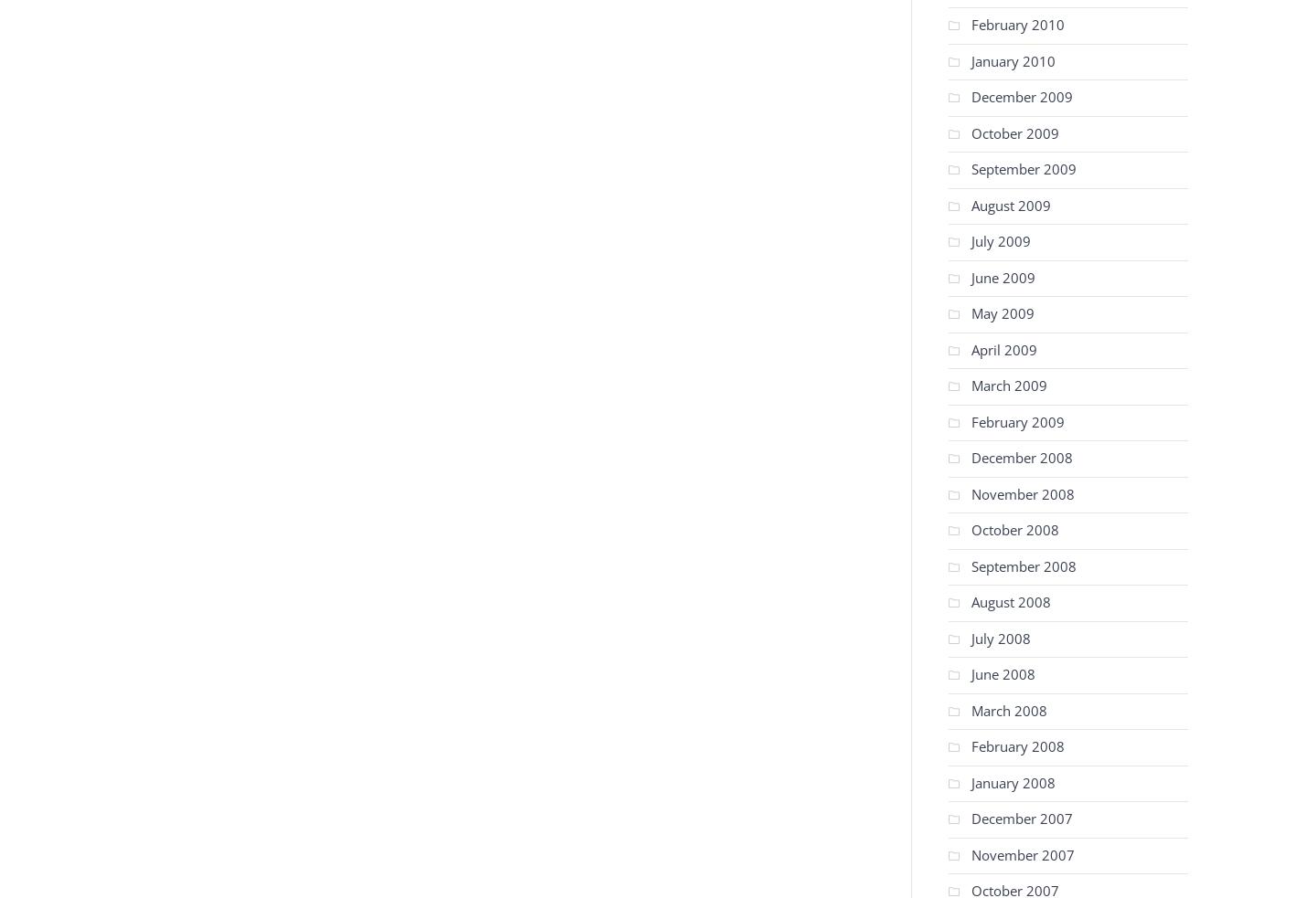 This screenshot has width=1316, height=898. Describe the element at coordinates (1008, 385) in the screenshot. I see `'March 2009'` at that location.